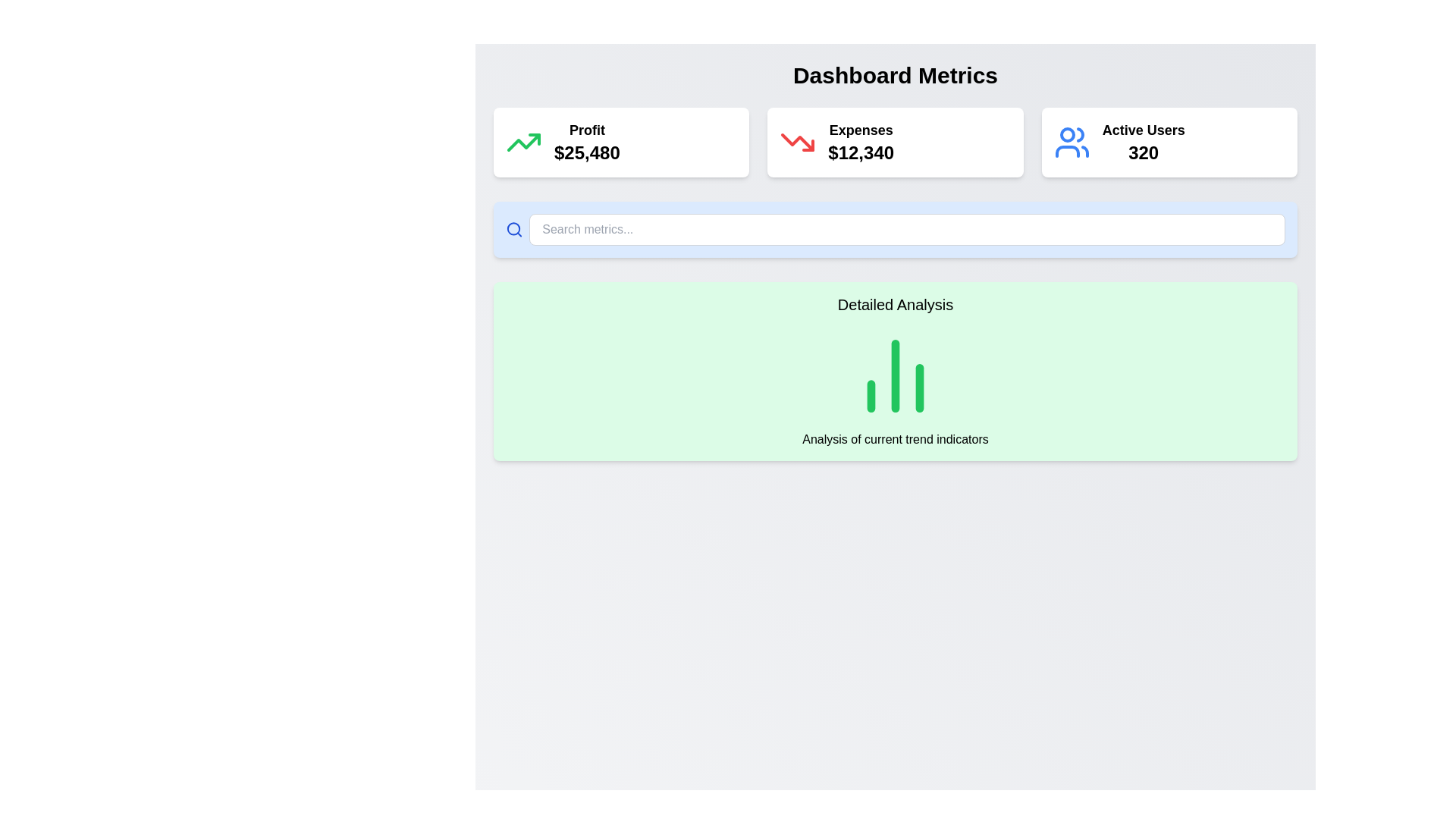 The image size is (1456, 819). I want to click on the profit icon located at the top left of the 'Profit' card in the dashboard metrics row, which indicates positive growth with its upward trend, so click(524, 143).